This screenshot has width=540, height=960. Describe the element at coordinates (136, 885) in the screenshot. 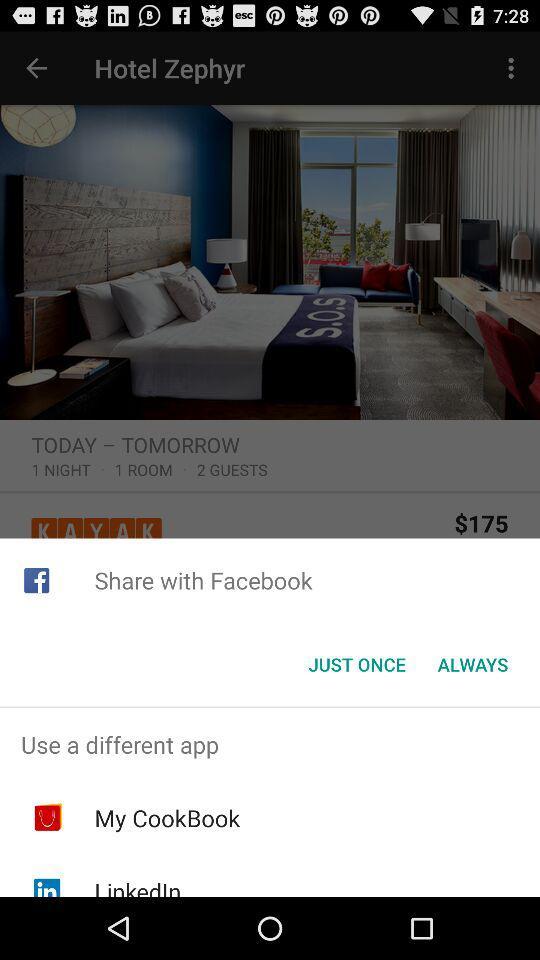

I see `app below my cookbook app` at that location.